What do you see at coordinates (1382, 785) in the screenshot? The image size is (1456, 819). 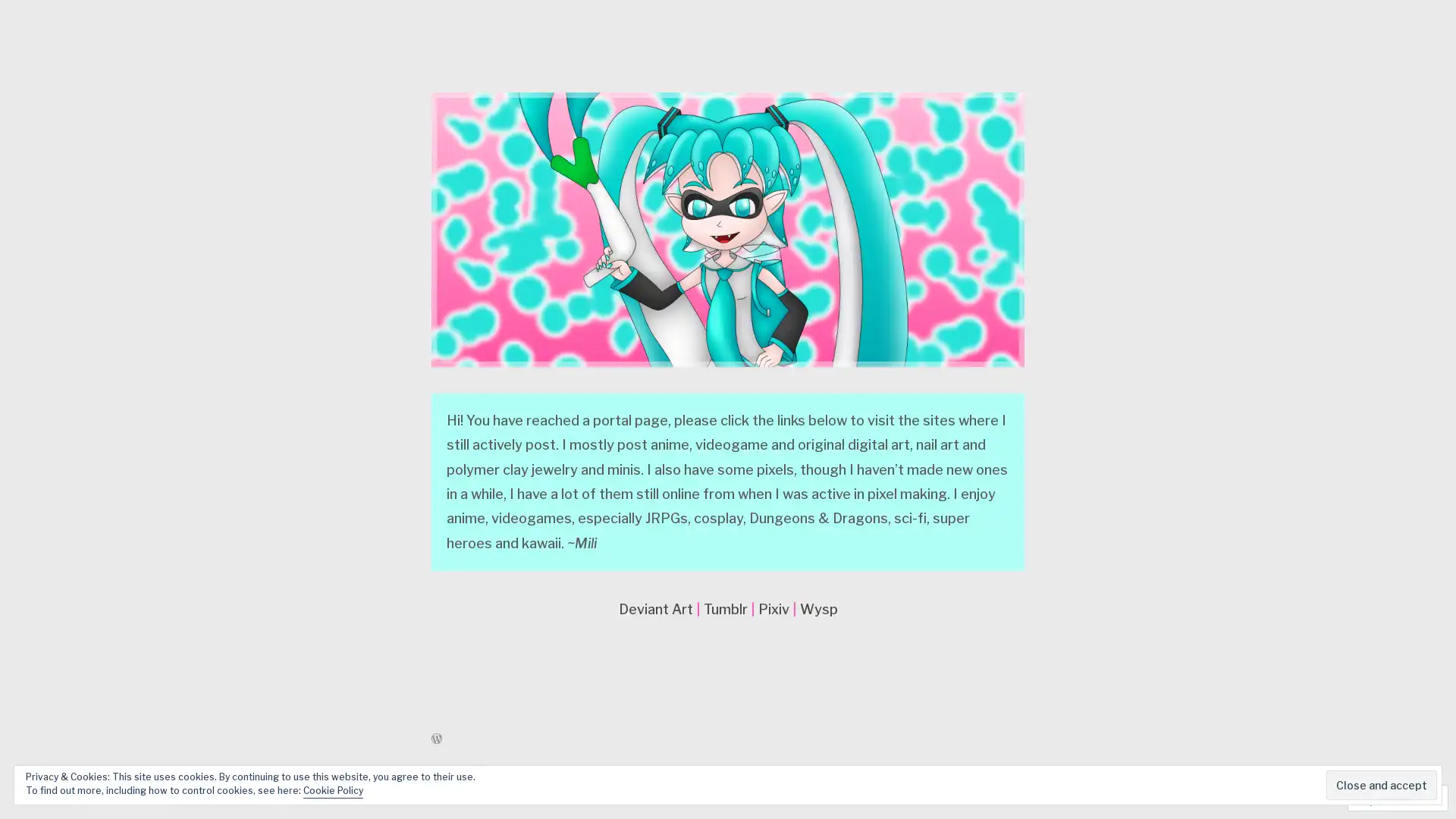 I see `Close and accept` at bounding box center [1382, 785].